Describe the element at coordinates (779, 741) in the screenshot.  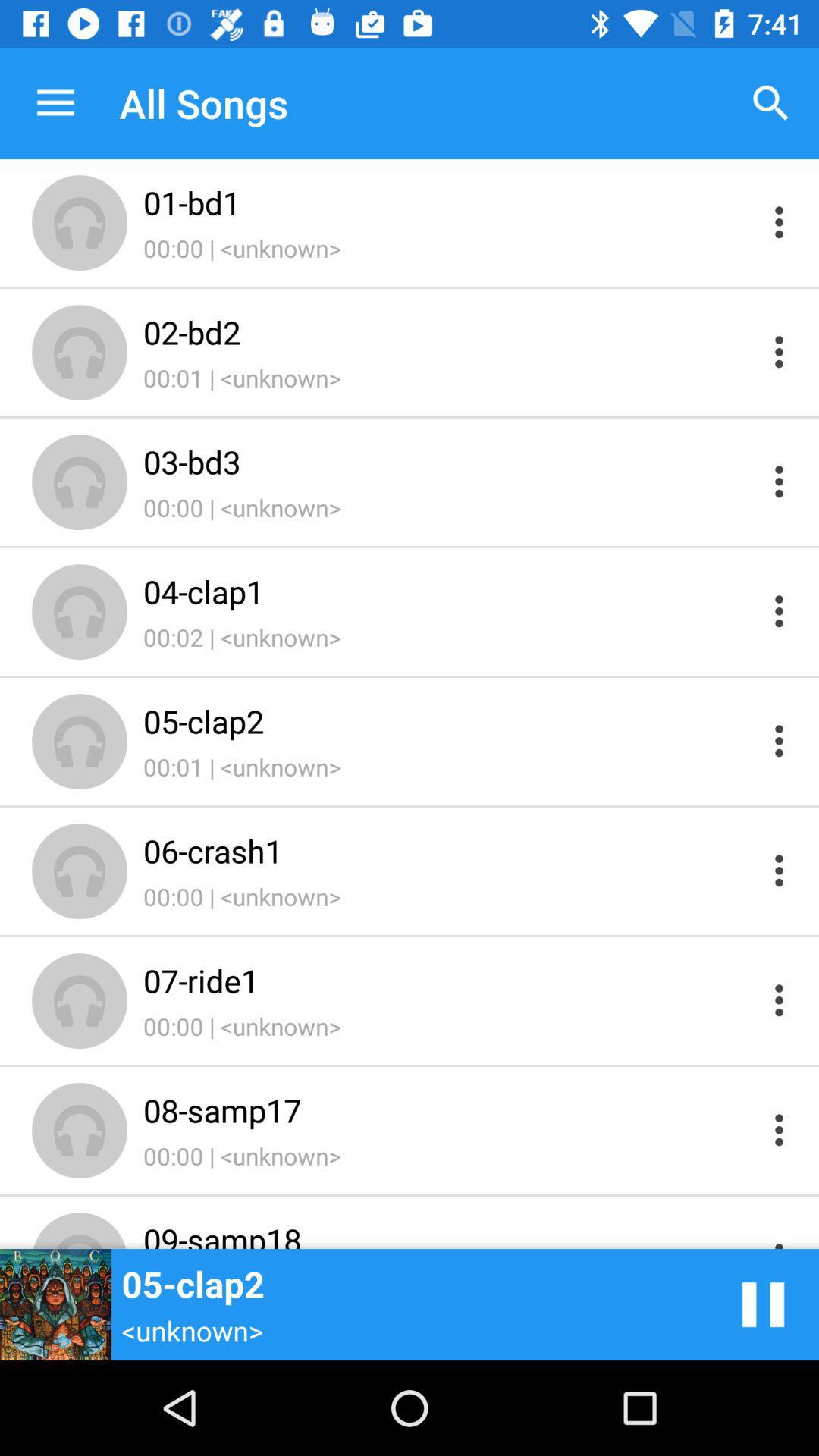
I see `open options` at that location.